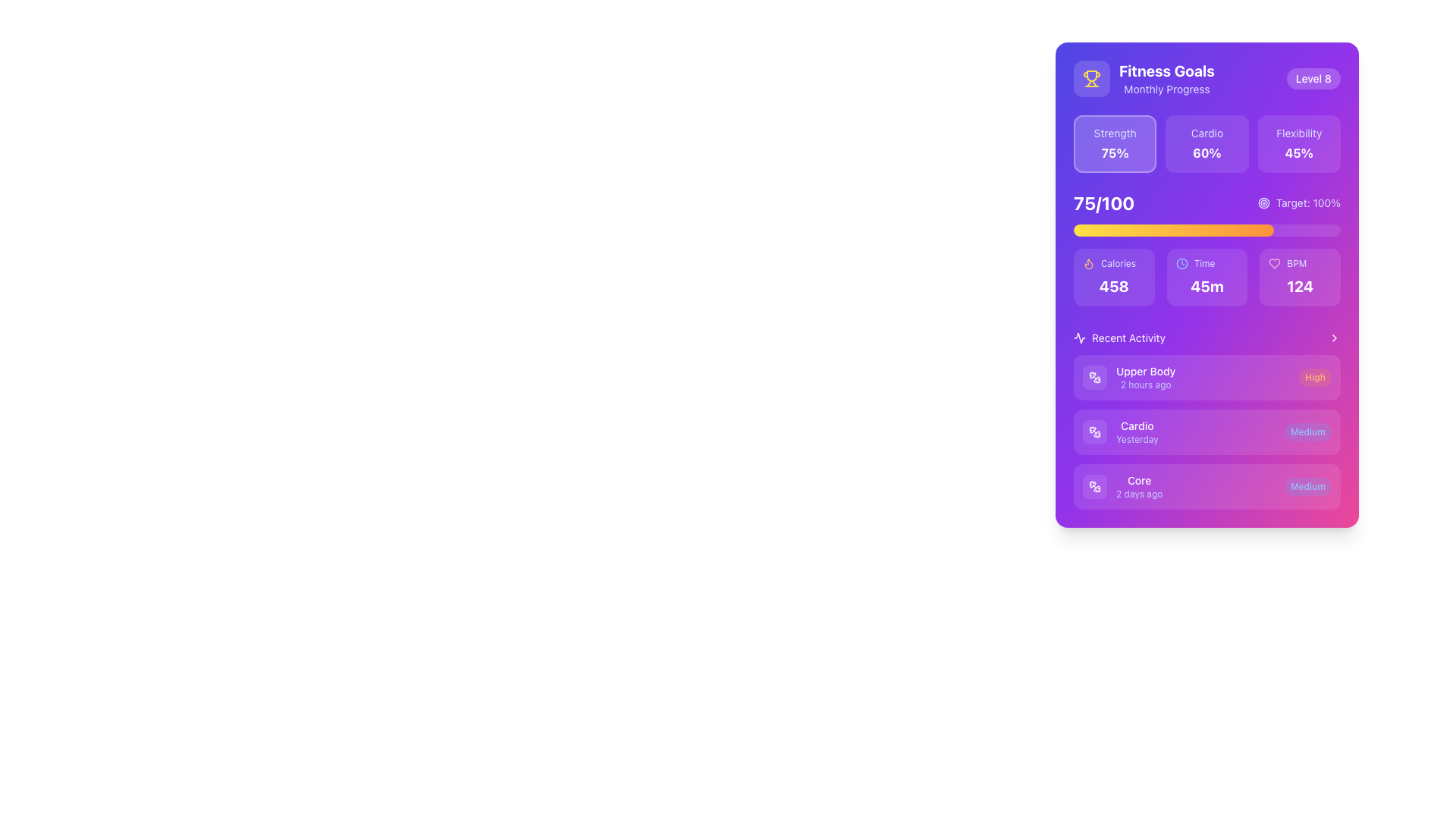 The image size is (1456, 819). Describe the element at coordinates (1095, 486) in the screenshot. I see `the small square-shaped area with a white dumbbell icon inside, which has a purple background and rounded corners, located at the beginning of the 'Core' activity entry in the 'Recent Activity' section` at that location.